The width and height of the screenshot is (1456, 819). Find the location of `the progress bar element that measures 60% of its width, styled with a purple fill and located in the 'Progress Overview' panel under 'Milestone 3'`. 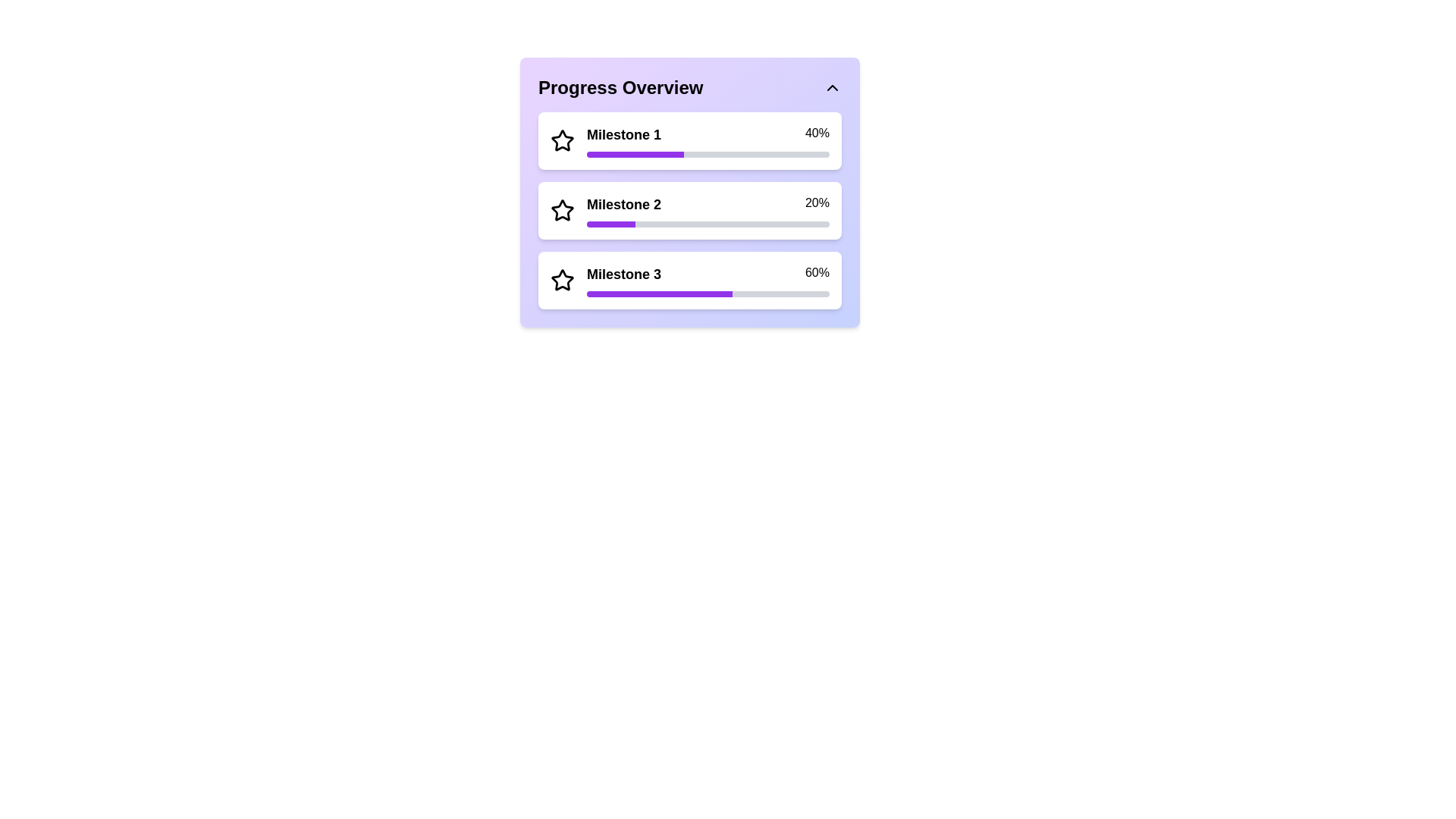

the progress bar element that measures 60% of its width, styled with a purple fill and located in the 'Progress Overview' panel under 'Milestone 3' is located at coordinates (659, 294).